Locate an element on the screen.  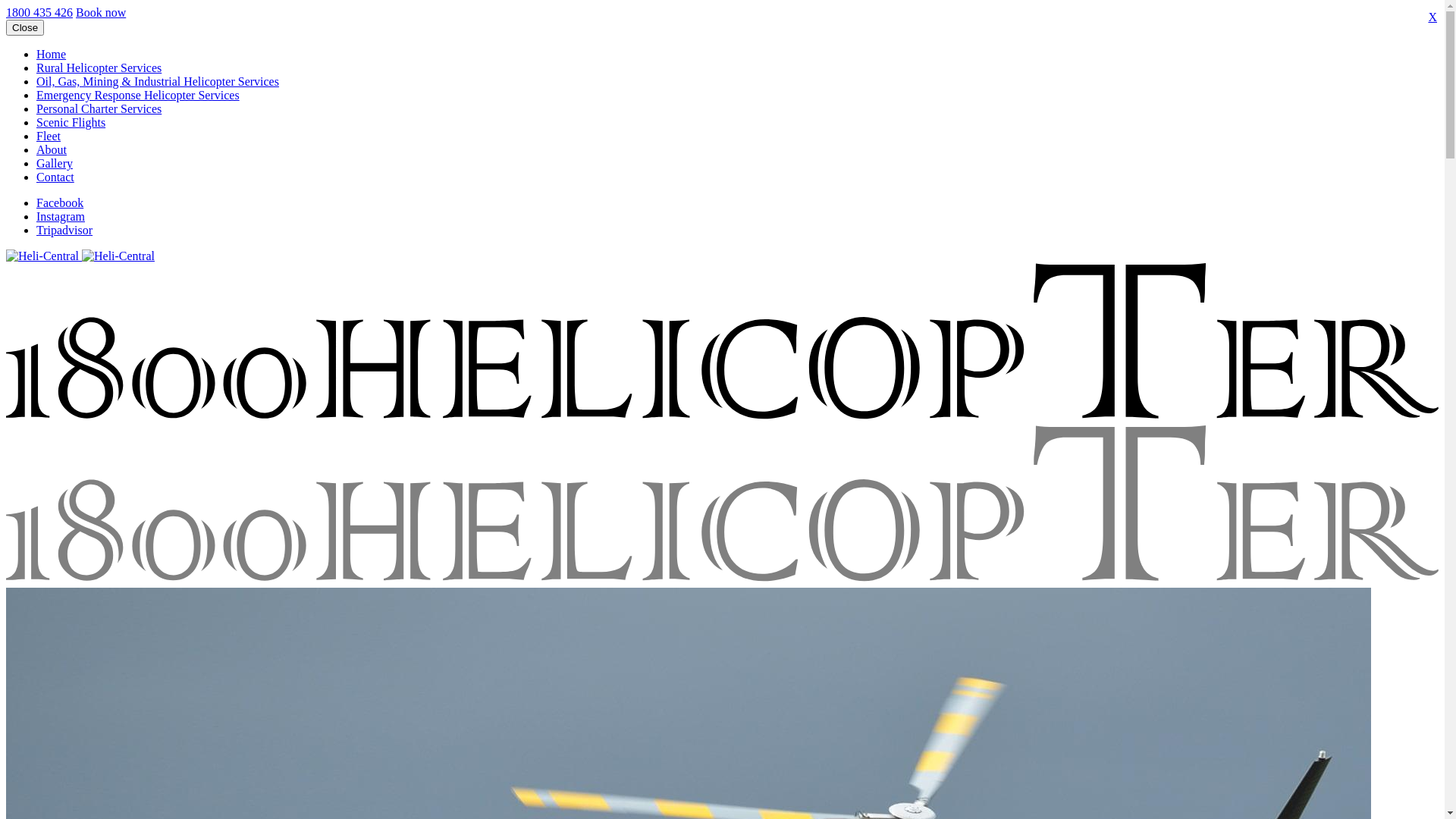
'Emergency Response Helicopter Services' is located at coordinates (36, 95).